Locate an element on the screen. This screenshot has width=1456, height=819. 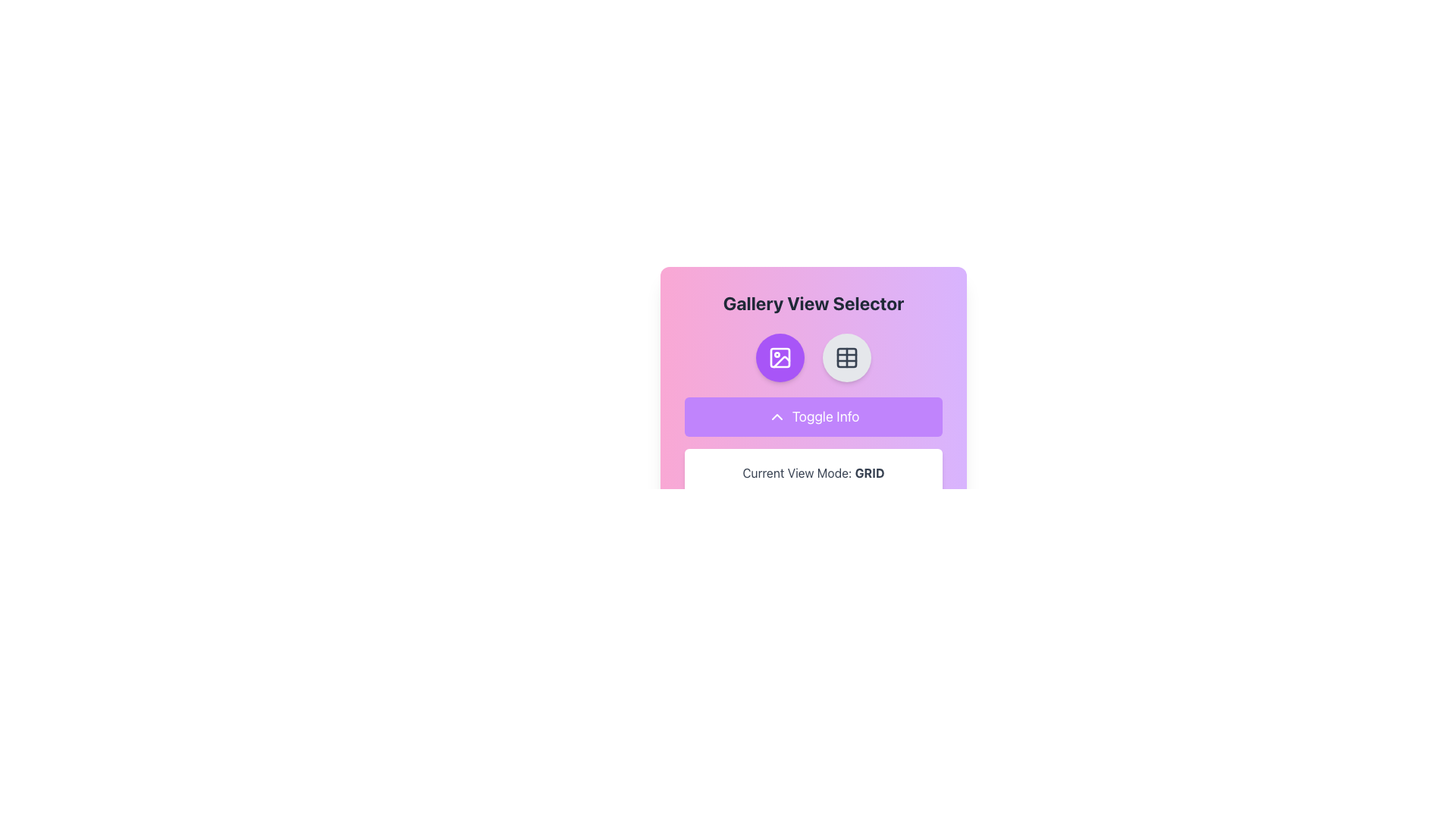
the toggle button containing the collapsible icon is located at coordinates (777, 417).